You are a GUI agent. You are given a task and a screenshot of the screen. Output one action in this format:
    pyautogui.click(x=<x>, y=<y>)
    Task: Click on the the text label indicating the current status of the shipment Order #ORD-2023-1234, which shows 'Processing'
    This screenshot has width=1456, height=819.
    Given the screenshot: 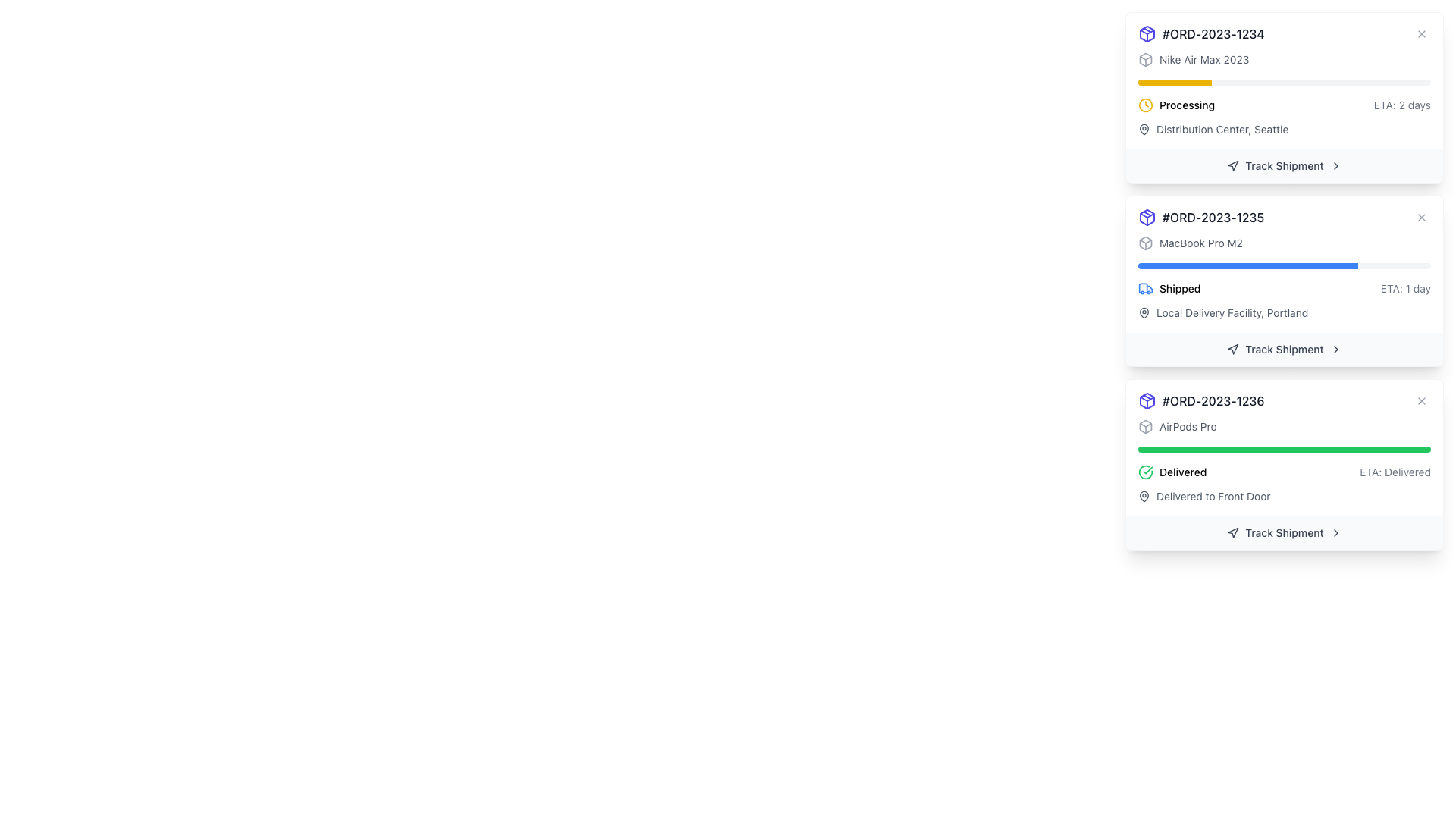 What is the action you would take?
    pyautogui.click(x=1186, y=104)
    